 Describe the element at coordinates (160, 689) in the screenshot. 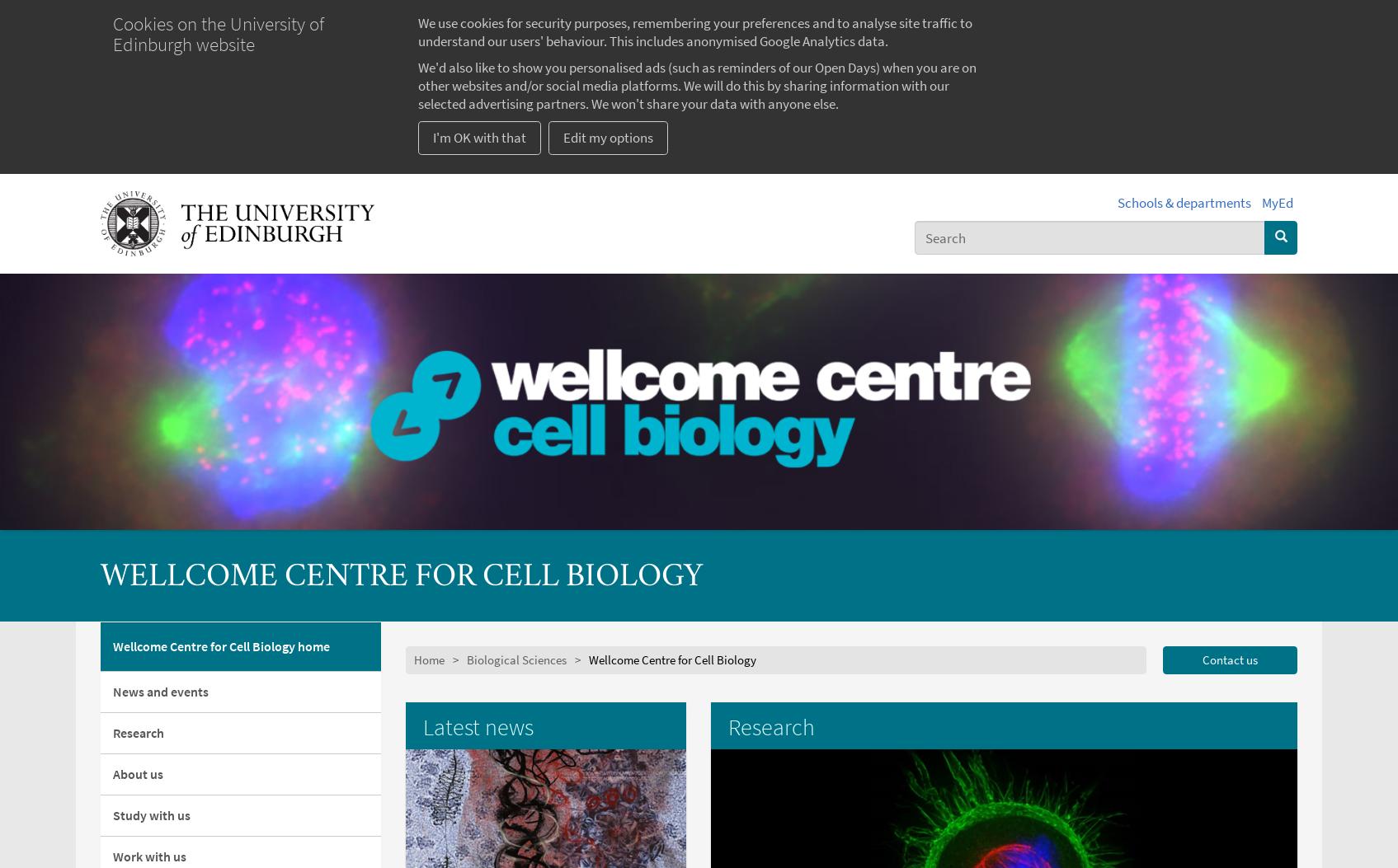

I see `'News and events'` at that location.